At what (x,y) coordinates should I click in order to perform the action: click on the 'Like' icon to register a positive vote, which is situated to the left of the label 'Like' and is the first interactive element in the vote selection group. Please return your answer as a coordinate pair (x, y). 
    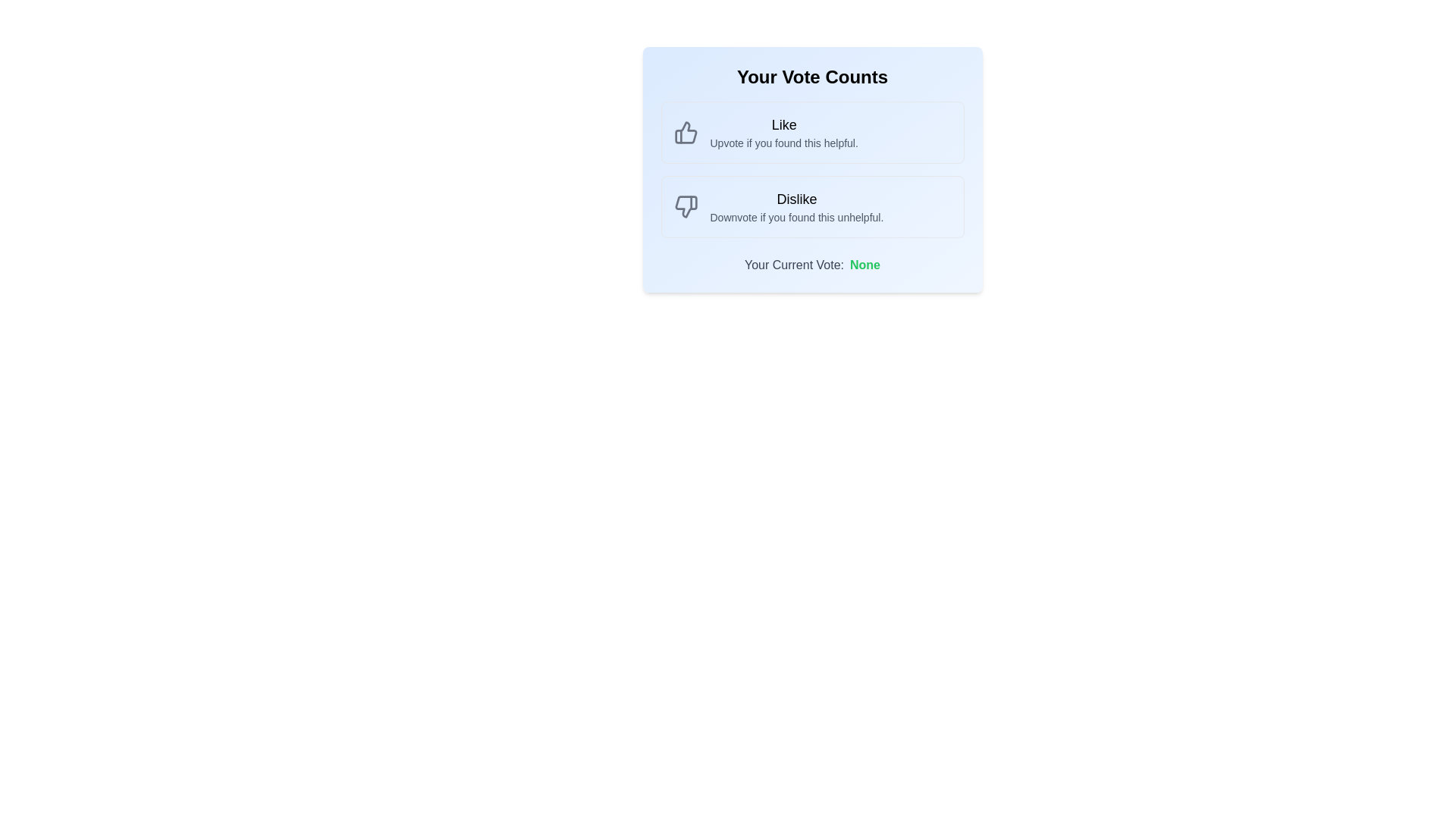
    Looking at the image, I should click on (684, 131).